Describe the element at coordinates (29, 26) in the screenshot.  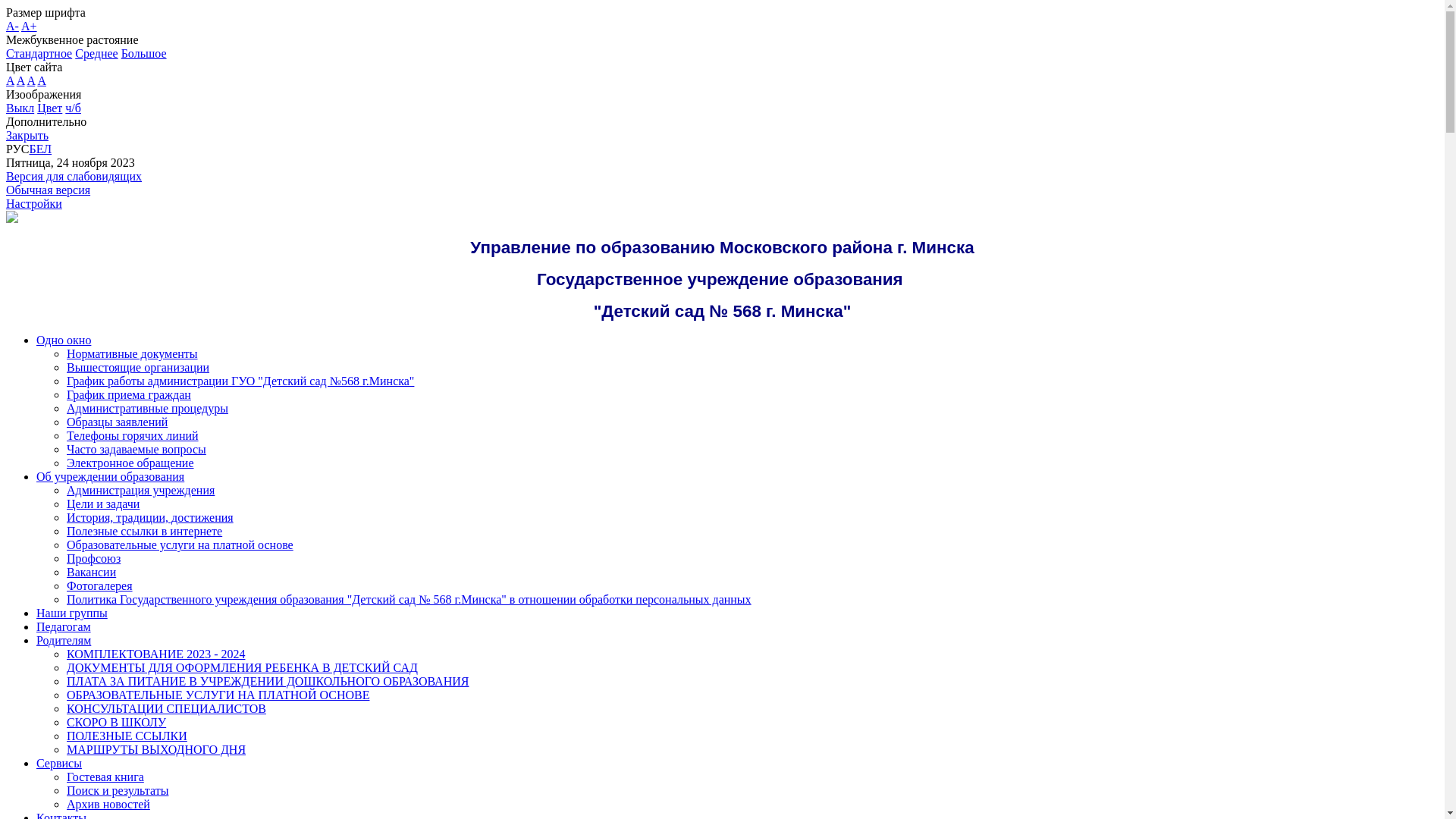
I see `'A+'` at that location.